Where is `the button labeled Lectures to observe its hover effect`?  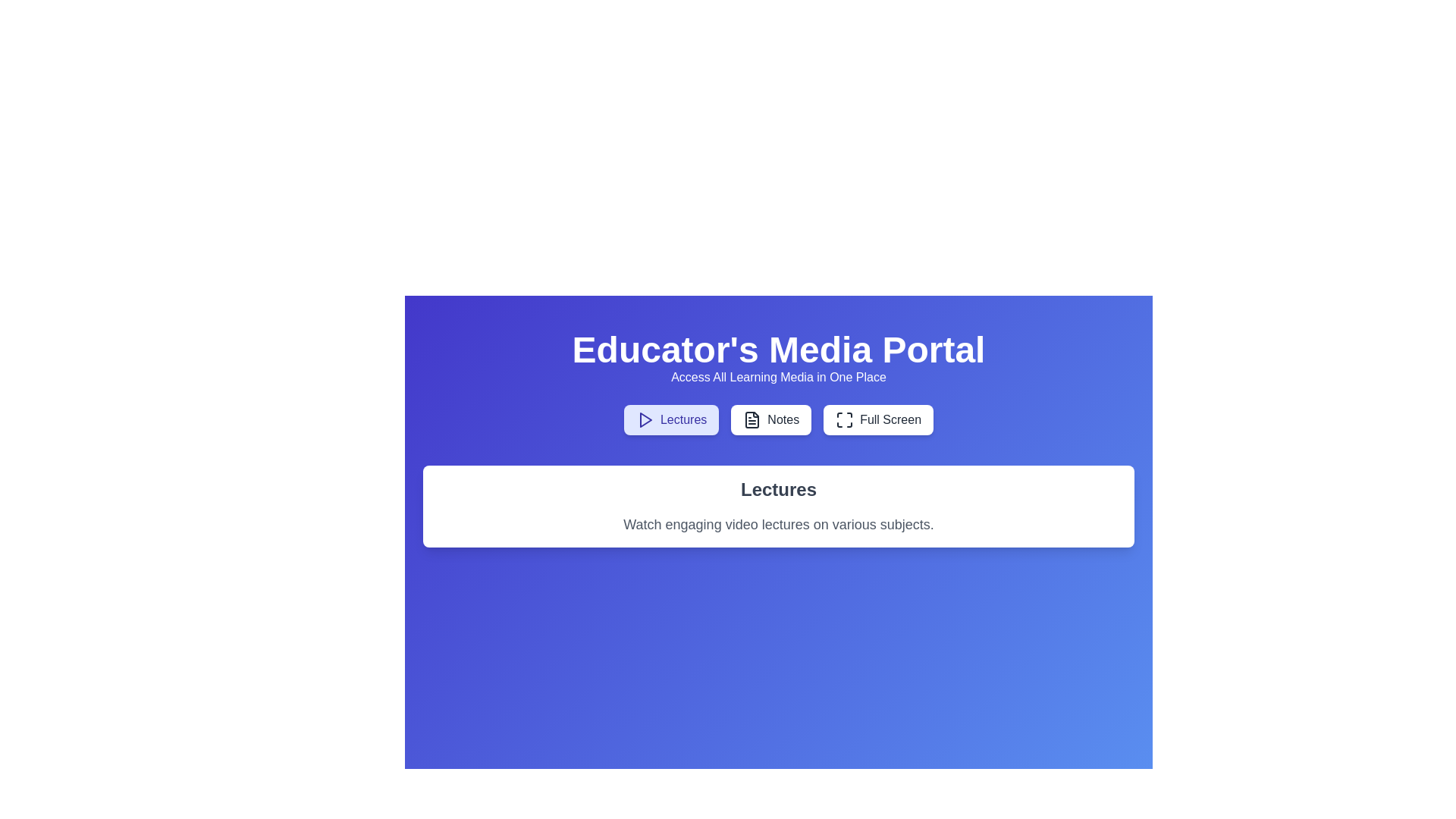
the button labeled Lectures to observe its hover effect is located at coordinates (670, 420).